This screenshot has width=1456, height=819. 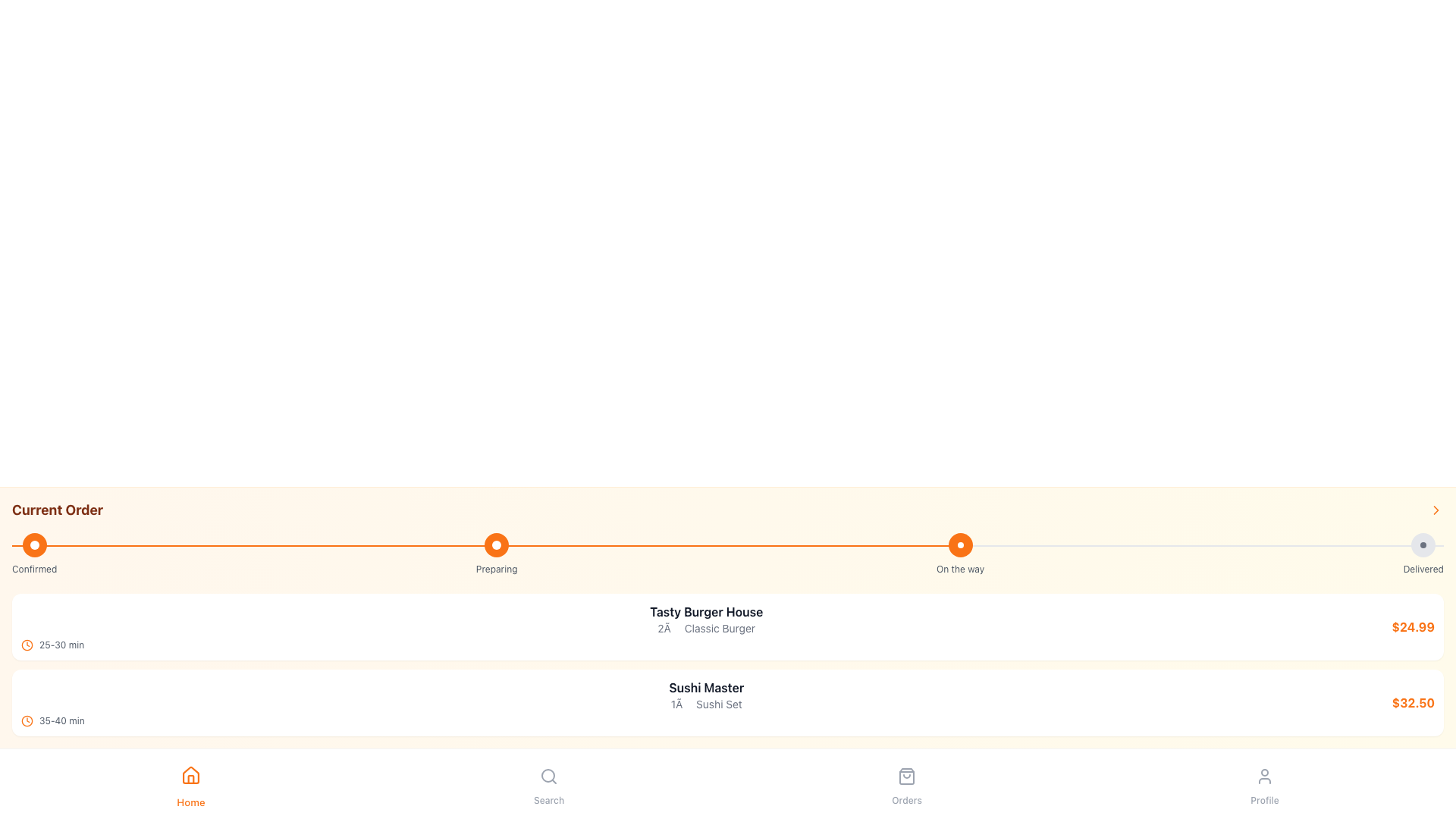 What do you see at coordinates (1265, 800) in the screenshot?
I see `text label that indicates the navigation button for the user's profile section, located beneath the user silhouette icon in the bottom navigation bar` at bounding box center [1265, 800].